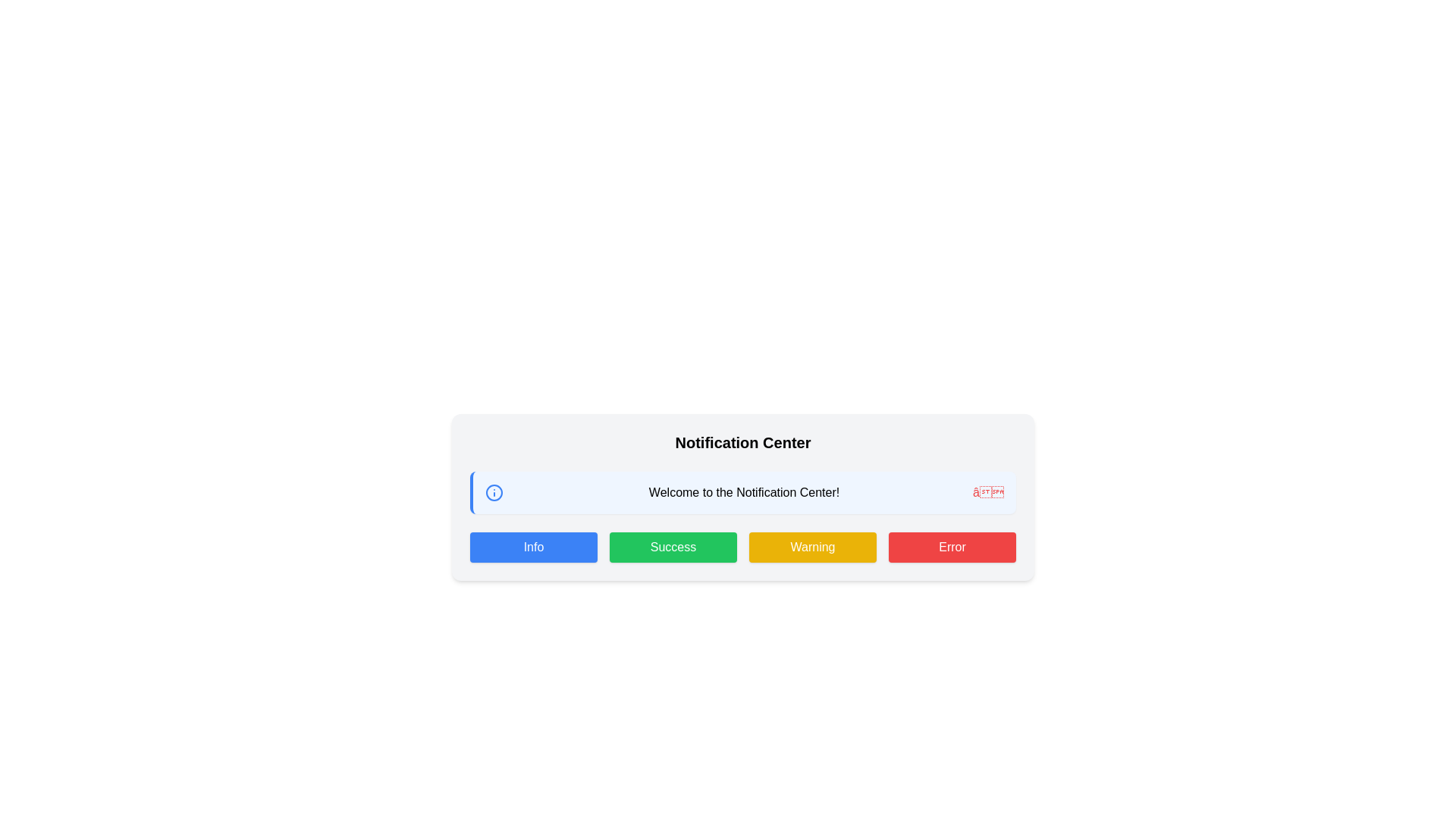 This screenshot has width=1456, height=819. I want to click on the green 'Success' button with white text to observe its hover effects, so click(673, 547).